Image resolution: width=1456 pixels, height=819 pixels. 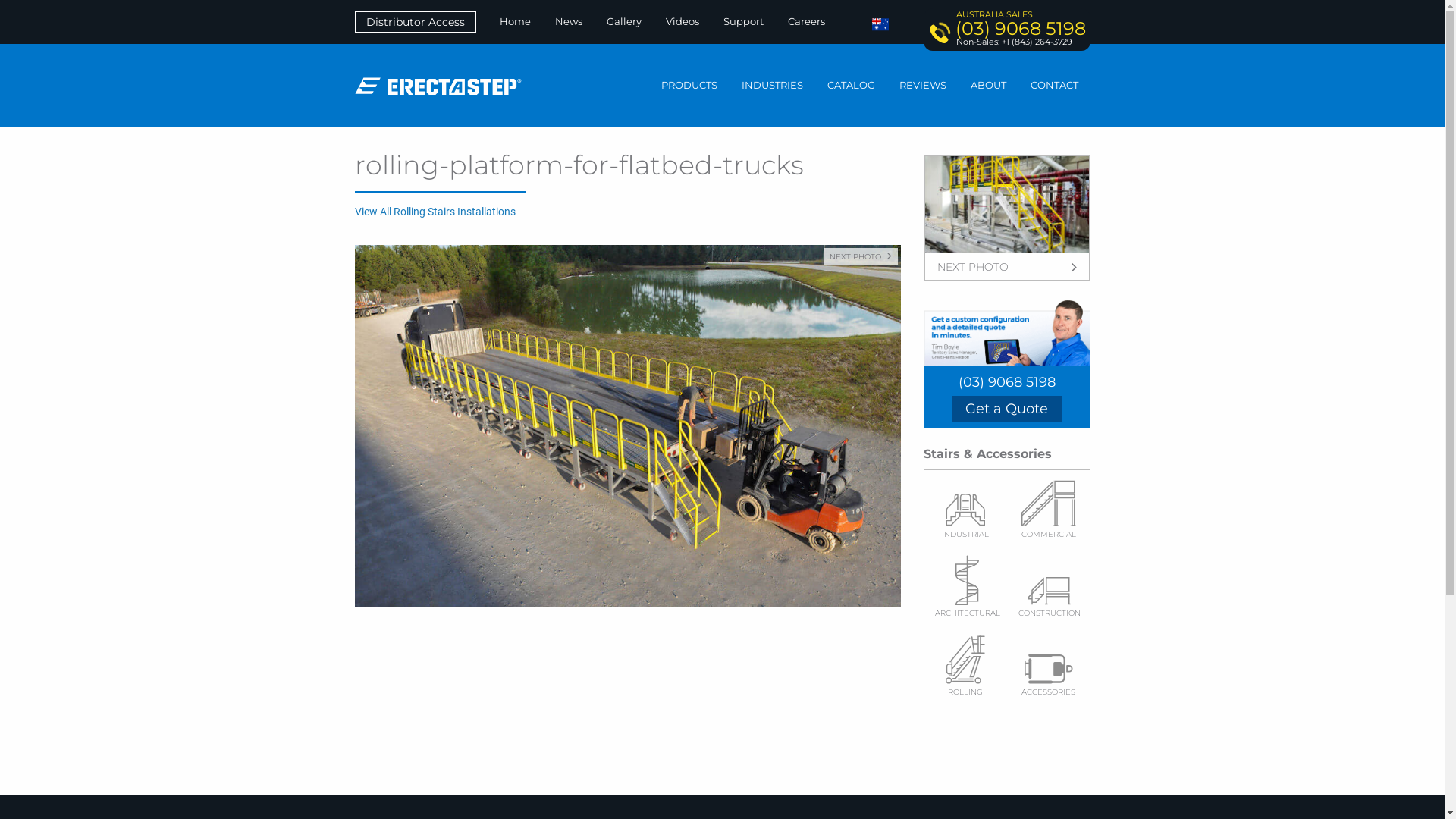 I want to click on '+1 (843) 264-3729', so click(x=1001, y=40).